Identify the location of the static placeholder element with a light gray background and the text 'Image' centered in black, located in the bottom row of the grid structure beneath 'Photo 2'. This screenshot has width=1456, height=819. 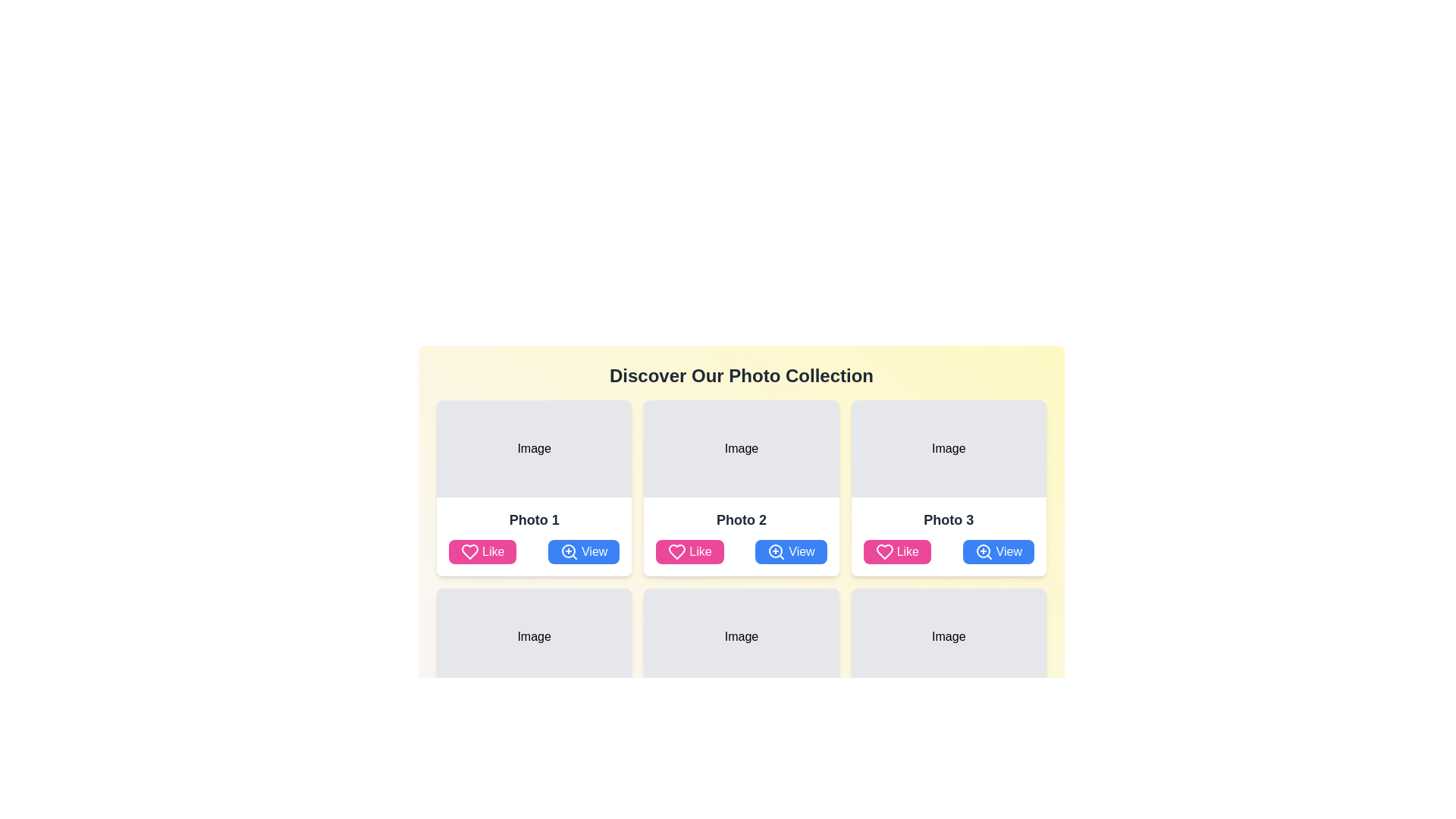
(742, 637).